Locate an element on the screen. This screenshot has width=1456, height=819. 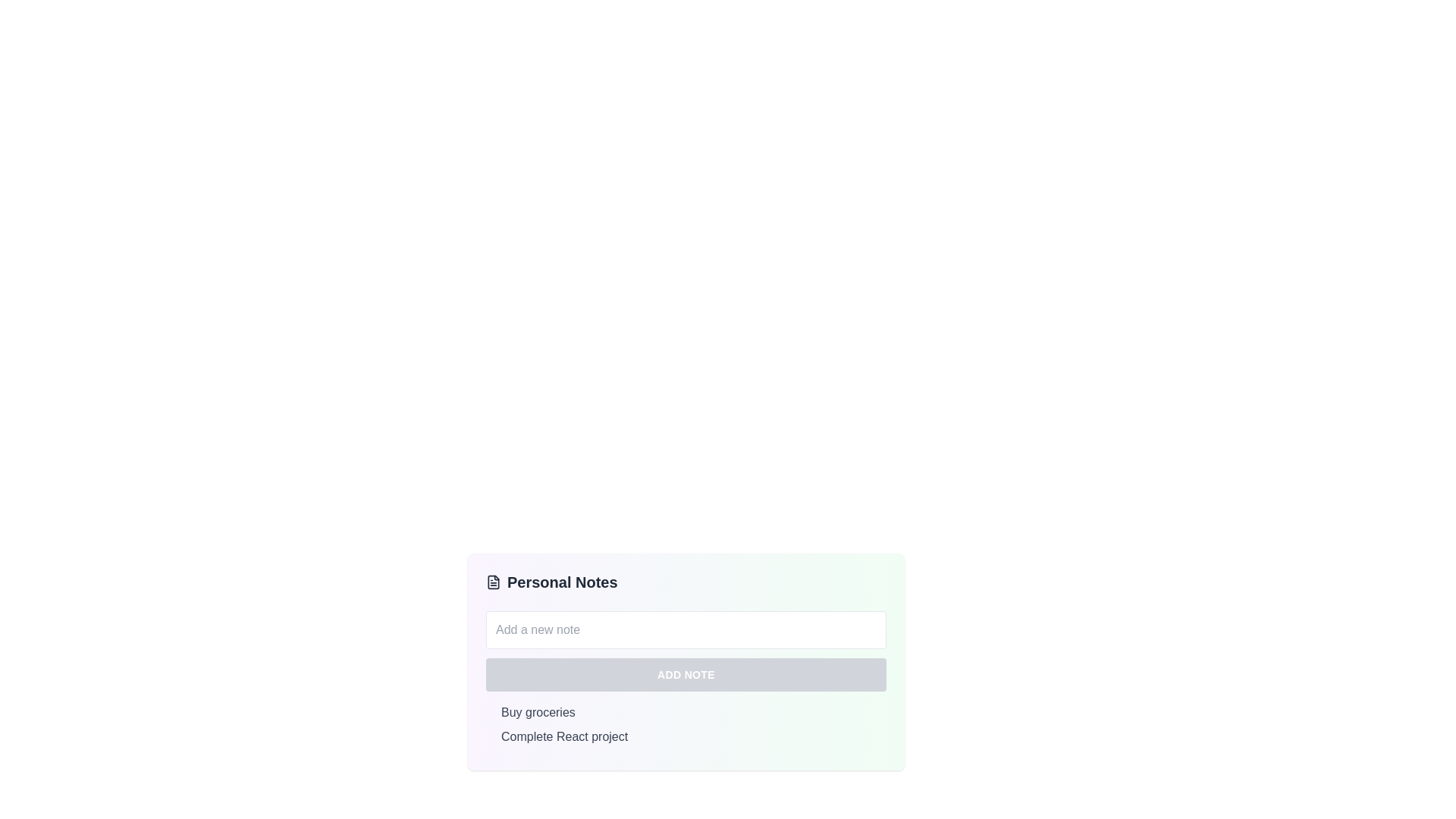
the 'Add Note' button within the 'Personal Notes' note-taking widget is located at coordinates (686, 661).